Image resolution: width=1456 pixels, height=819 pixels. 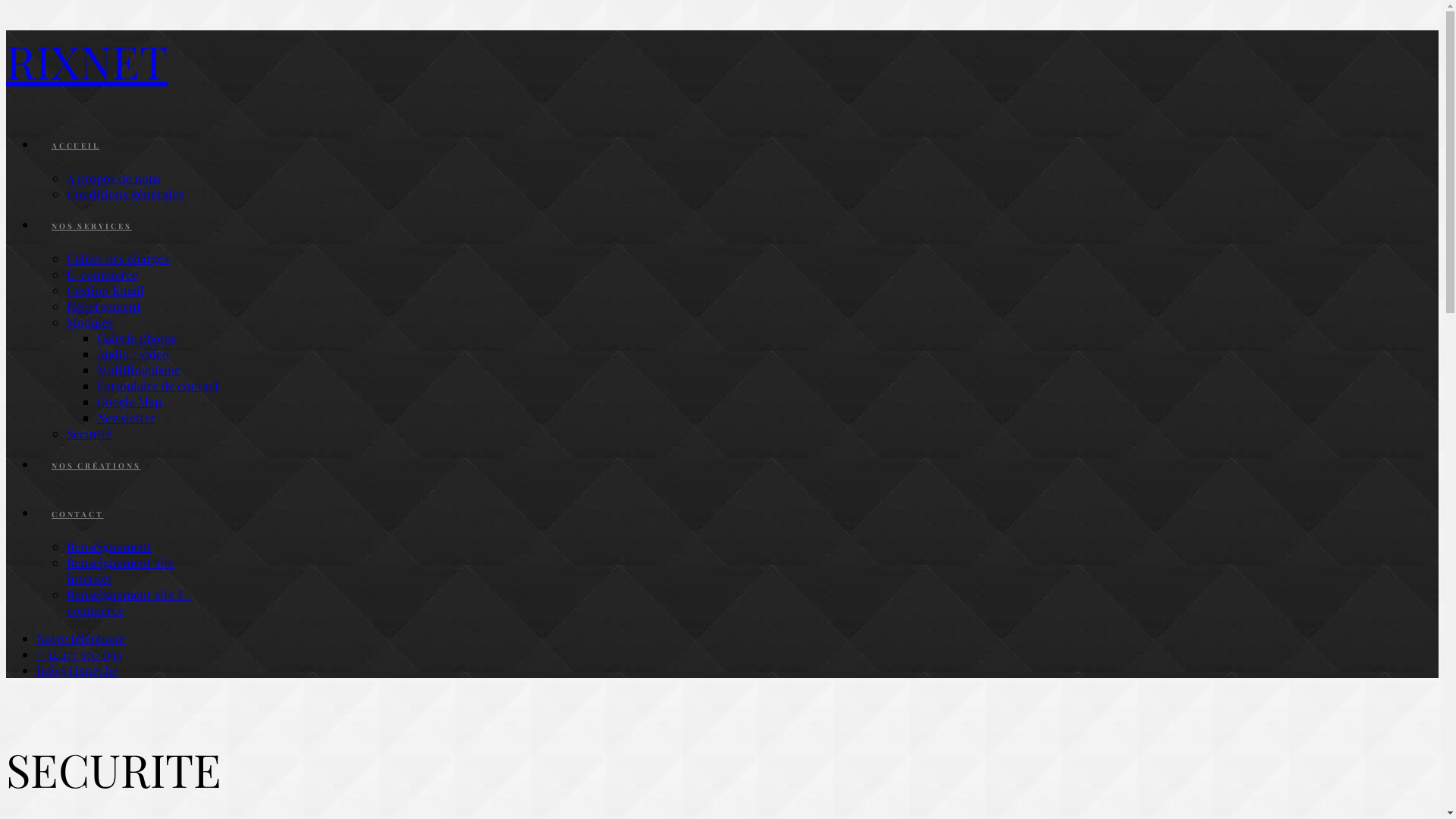 What do you see at coordinates (78, 653) in the screenshot?
I see `'+ 32 477 970 094'` at bounding box center [78, 653].